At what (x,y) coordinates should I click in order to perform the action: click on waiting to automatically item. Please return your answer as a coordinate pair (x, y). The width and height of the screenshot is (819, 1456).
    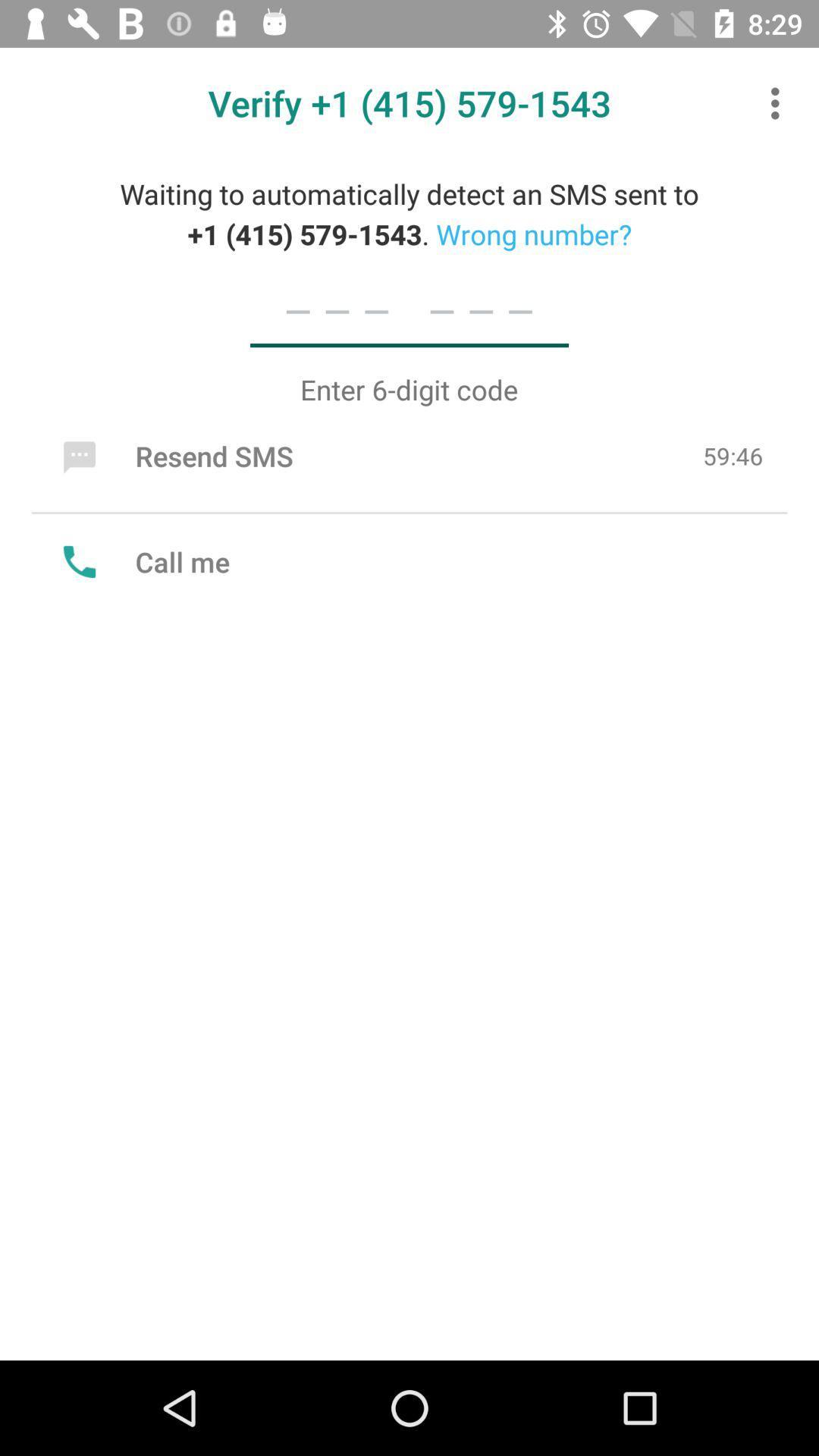
    Looking at the image, I should click on (409, 213).